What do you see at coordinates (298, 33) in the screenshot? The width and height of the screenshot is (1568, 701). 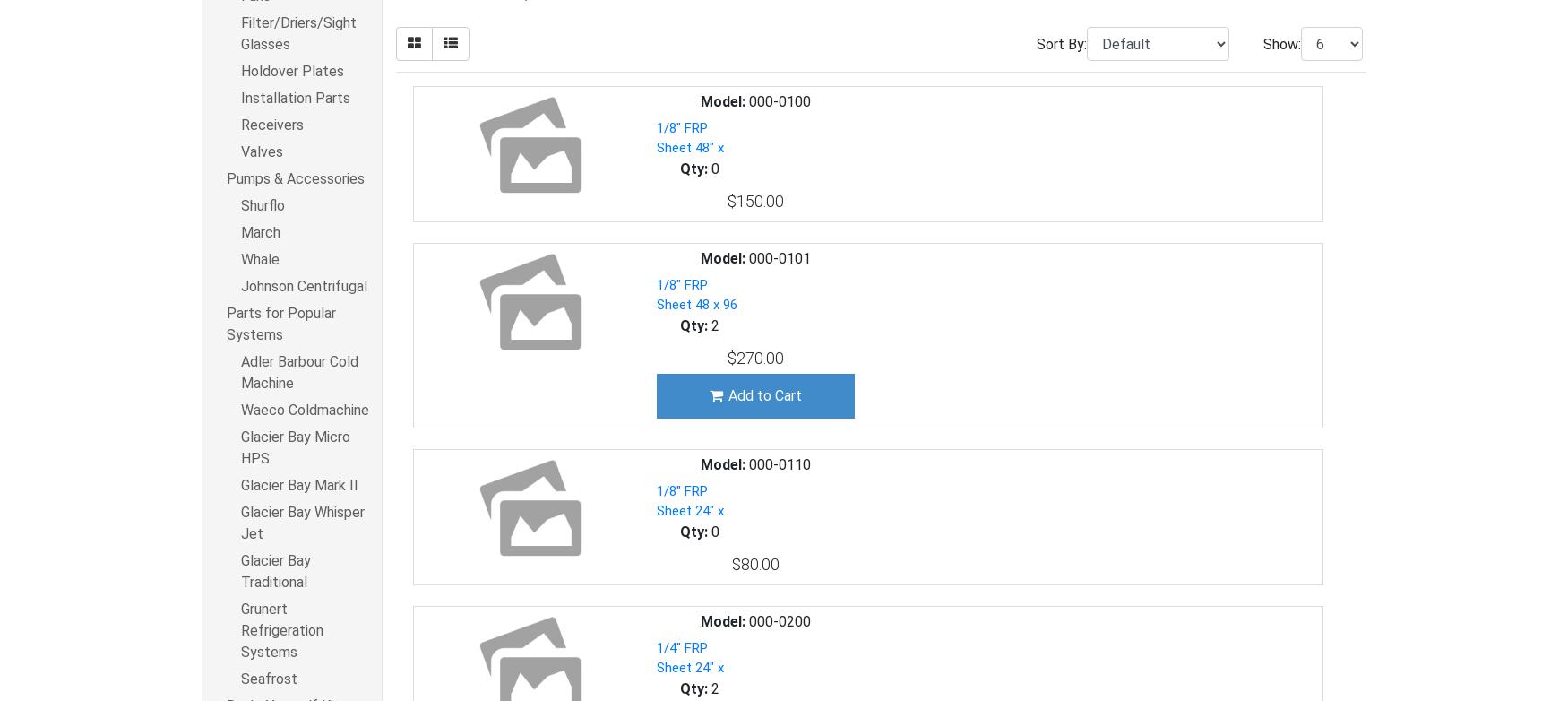 I see `'Filter/Driers/Sight Glasses'` at bounding box center [298, 33].